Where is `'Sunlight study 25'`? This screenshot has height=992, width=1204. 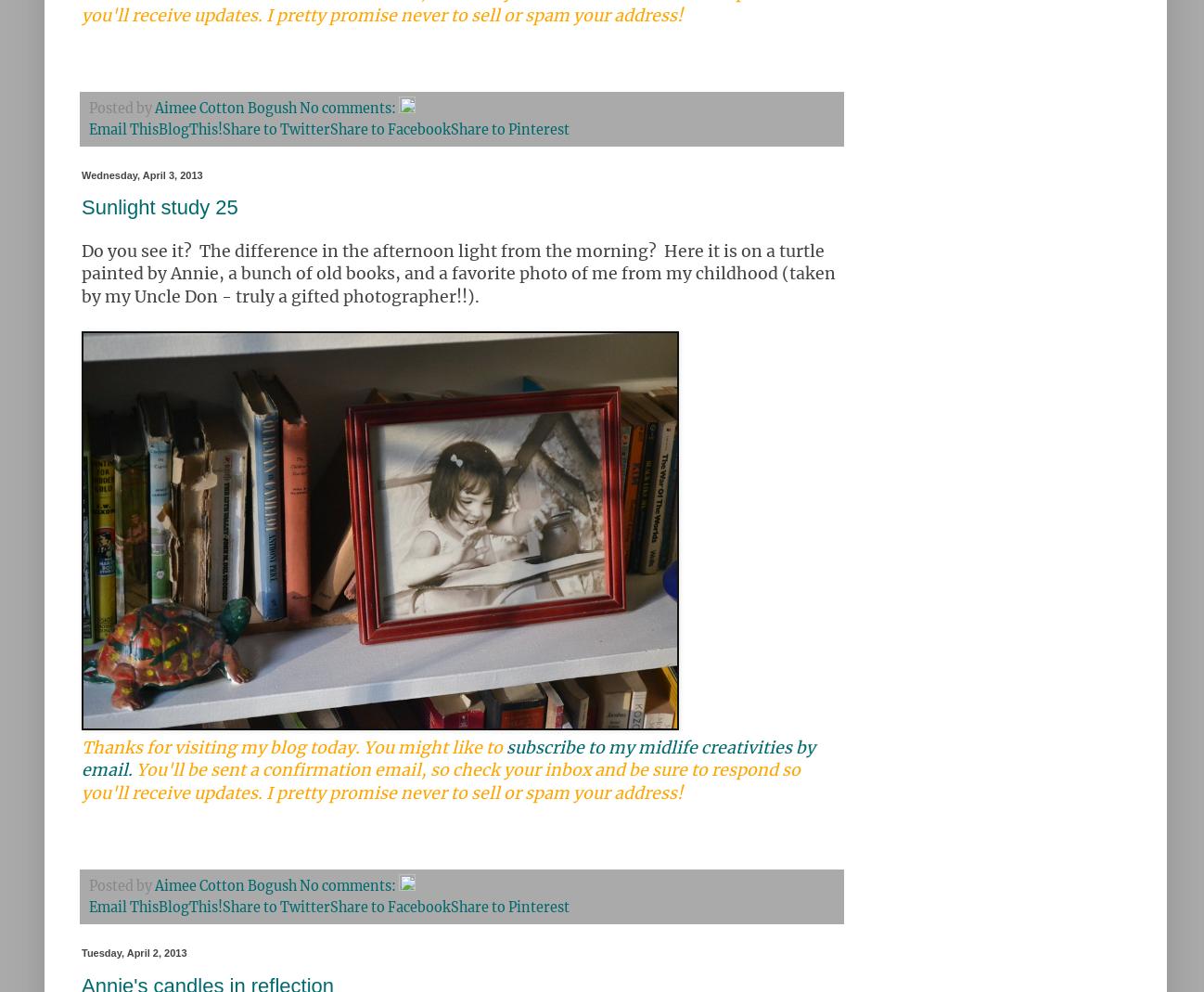 'Sunlight study 25' is located at coordinates (158, 206).